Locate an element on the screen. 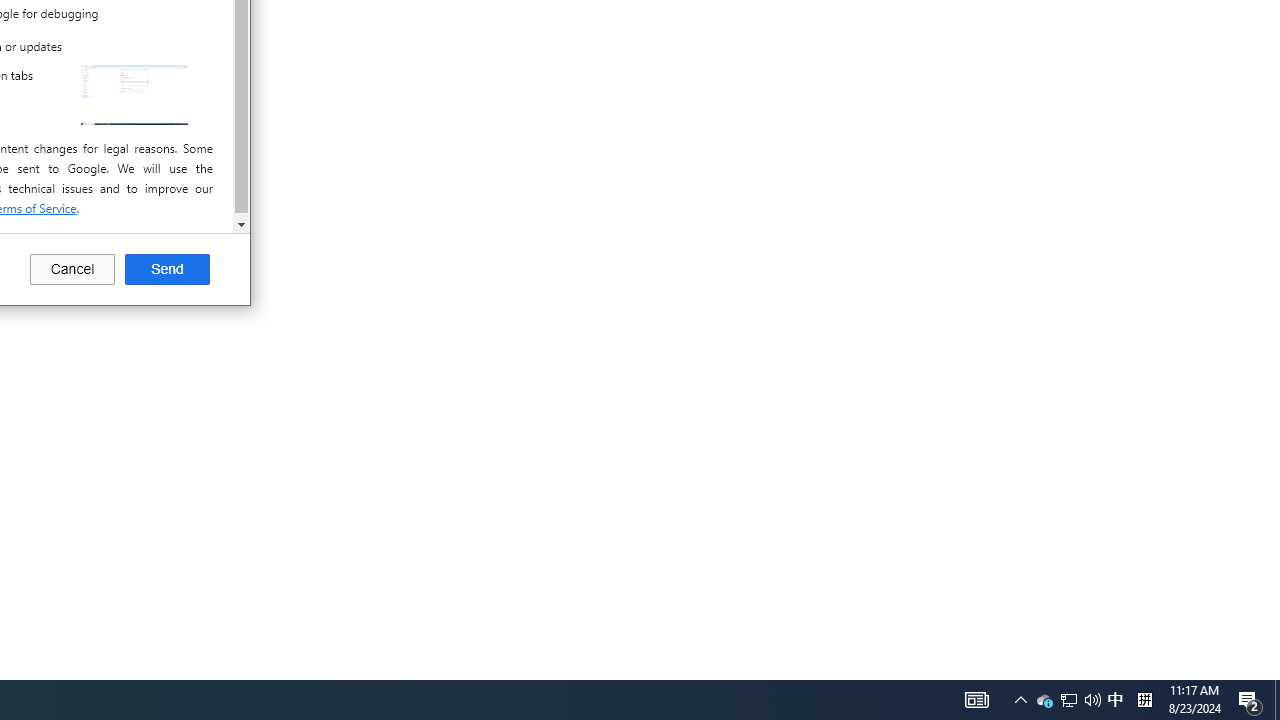 Image resolution: width=1280 pixels, height=720 pixels. 'Action Center, 2 new notifications' is located at coordinates (1250, 698).